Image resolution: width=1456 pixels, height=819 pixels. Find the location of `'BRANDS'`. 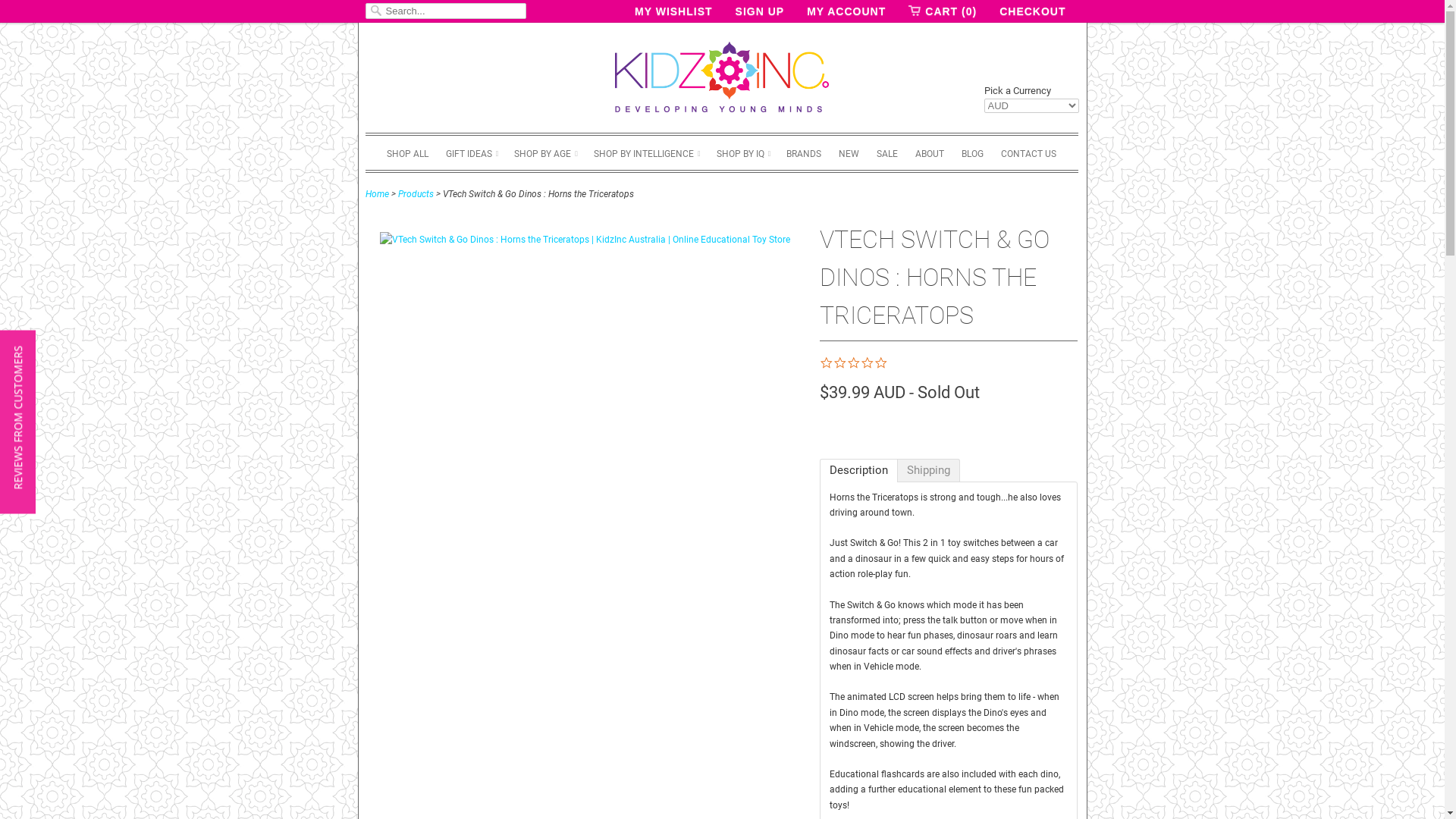

'BRANDS' is located at coordinates (786, 152).